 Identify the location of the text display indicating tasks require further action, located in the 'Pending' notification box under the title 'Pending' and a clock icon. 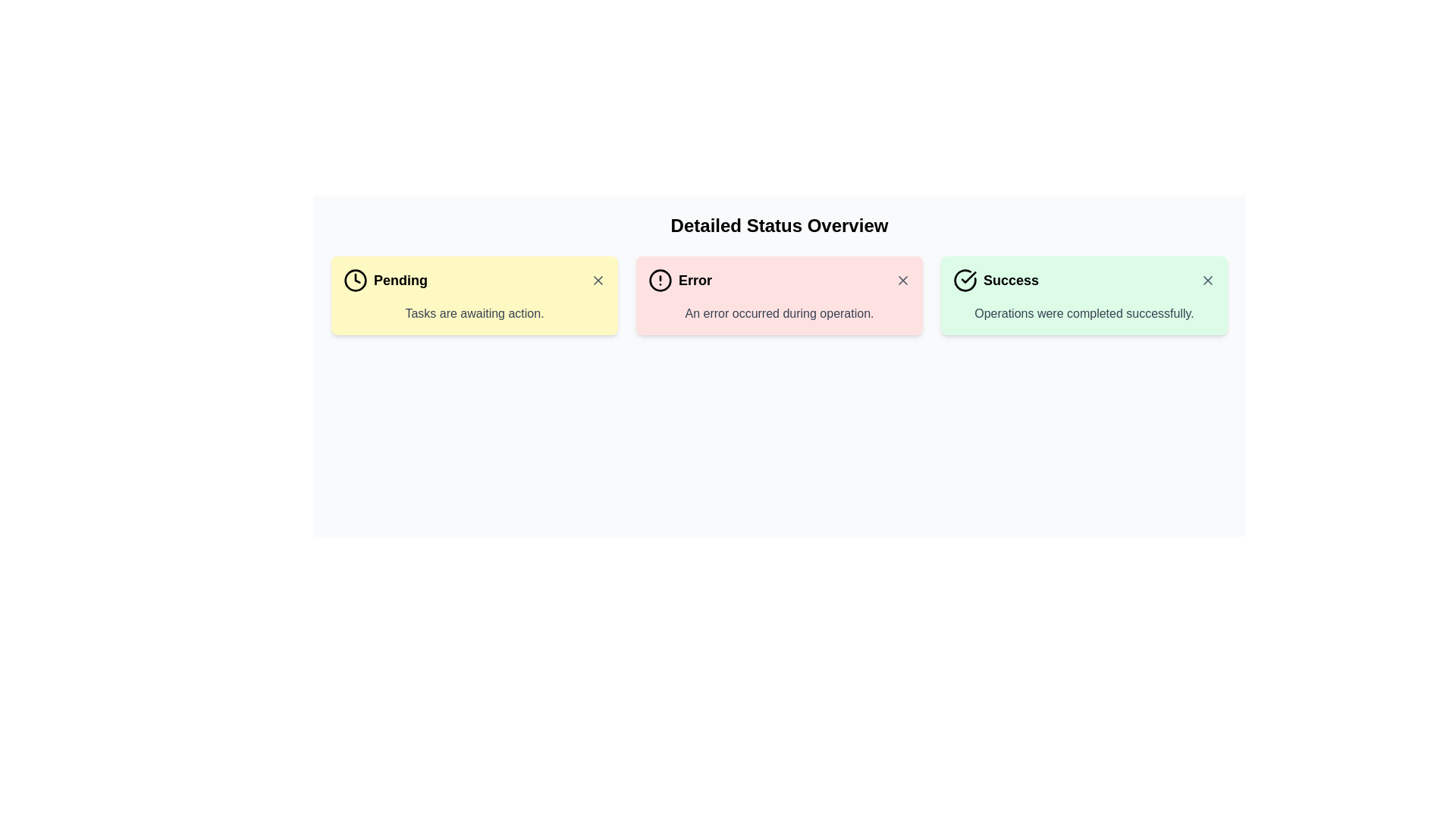
(473, 312).